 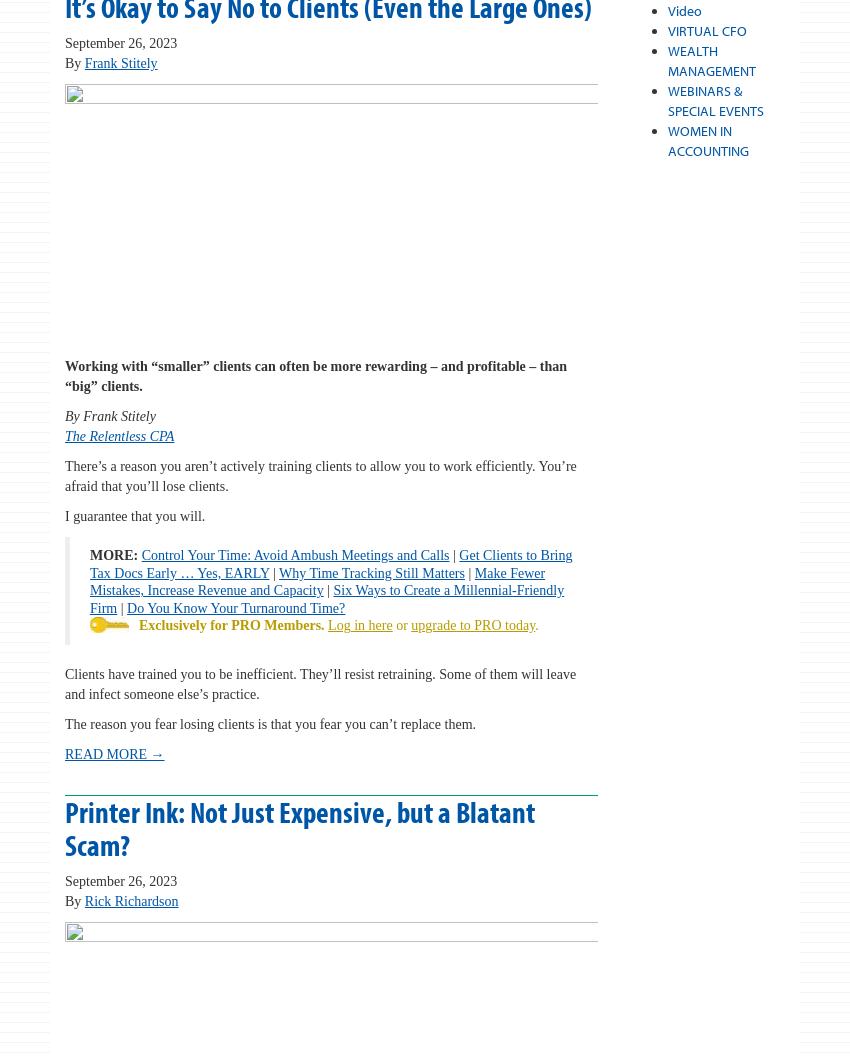 I want to click on 'Six Ways to Create a Millennial-Friendly Firm', so click(x=326, y=597).